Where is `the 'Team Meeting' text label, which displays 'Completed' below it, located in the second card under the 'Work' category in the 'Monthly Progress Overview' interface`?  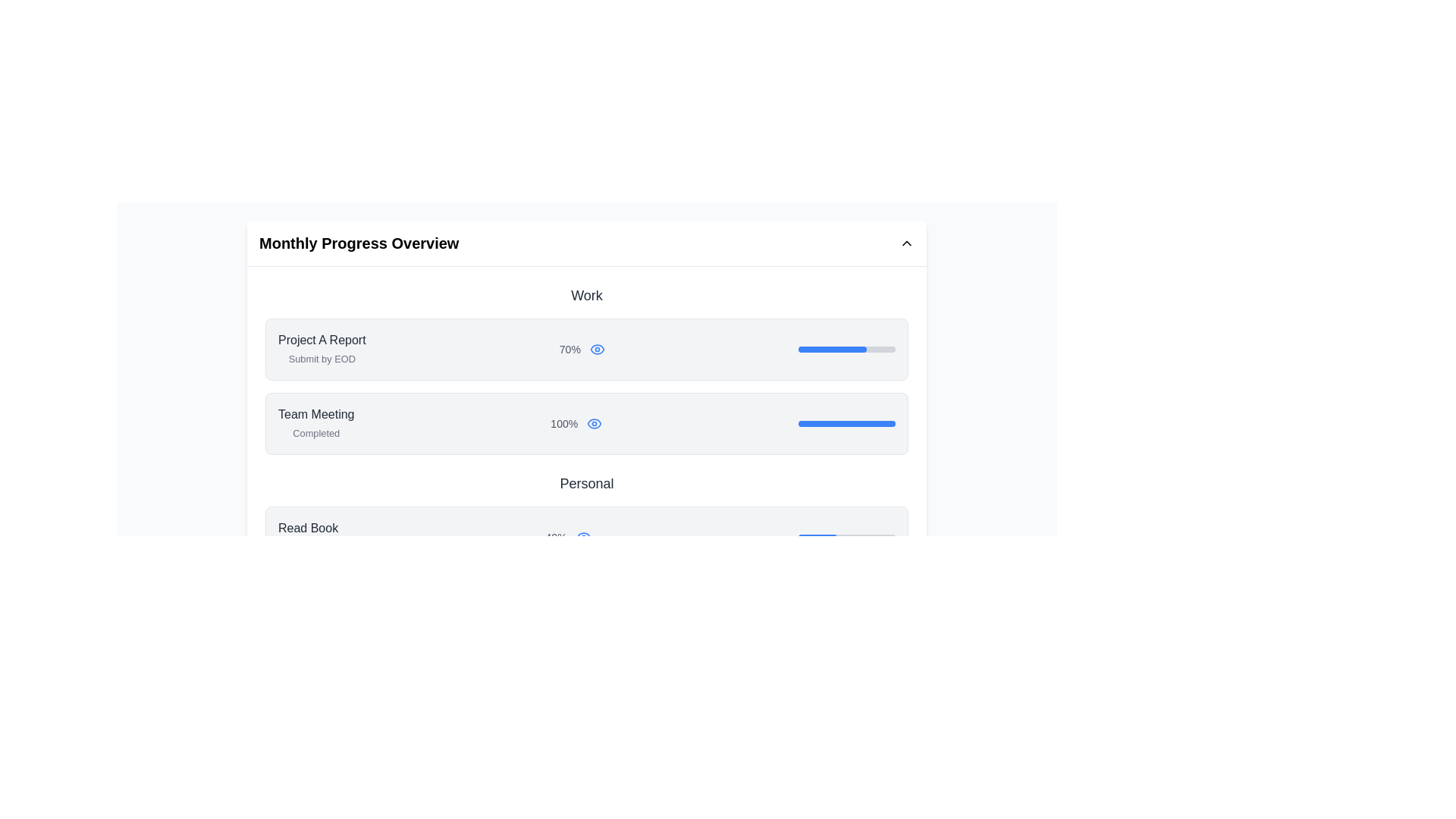
the 'Team Meeting' text label, which displays 'Completed' below it, located in the second card under the 'Work' category in the 'Monthly Progress Overview' interface is located at coordinates (315, 424).